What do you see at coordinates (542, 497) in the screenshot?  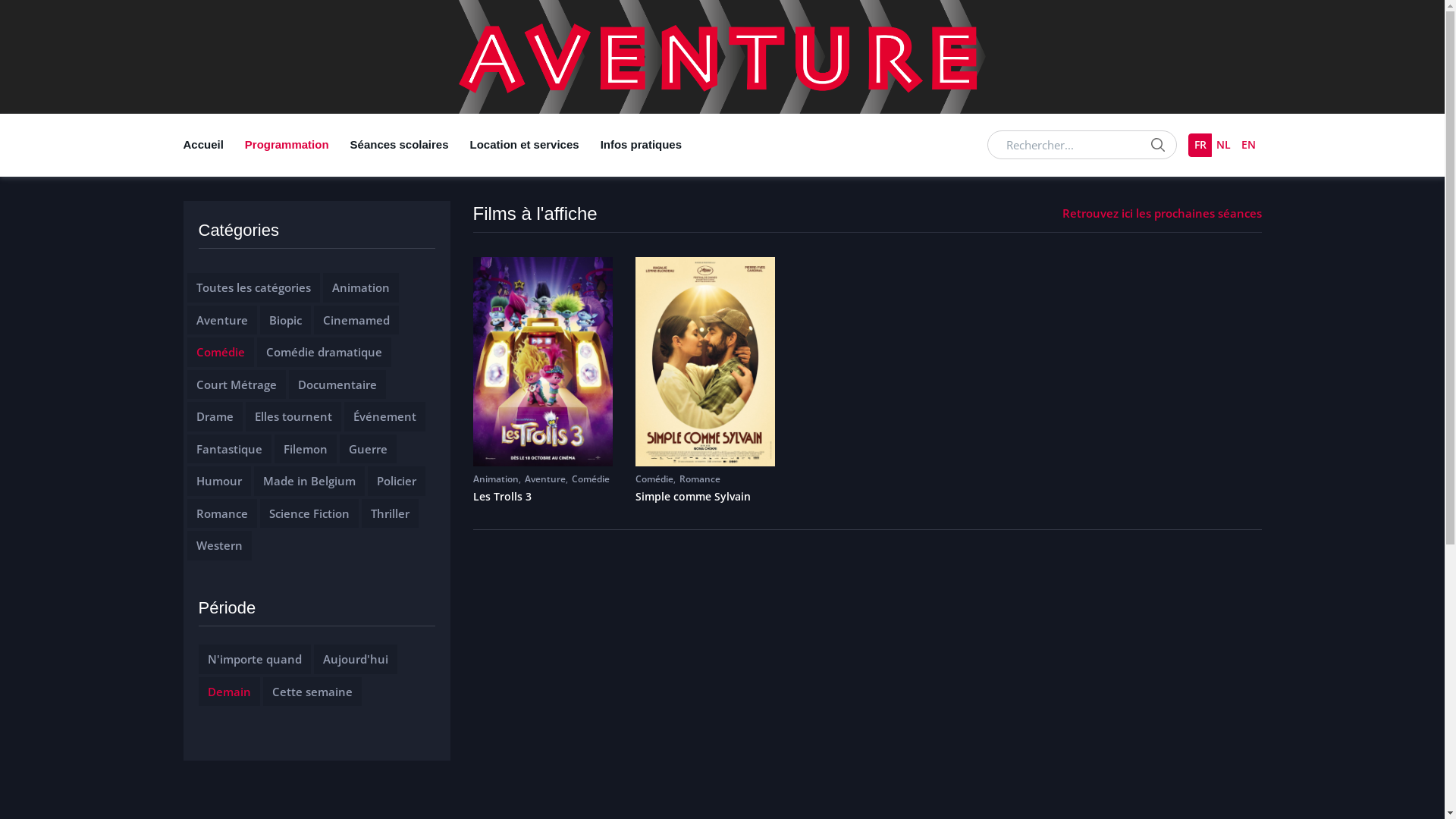 I see `'Les Trolls 3'` at bounding box center [542, 497].